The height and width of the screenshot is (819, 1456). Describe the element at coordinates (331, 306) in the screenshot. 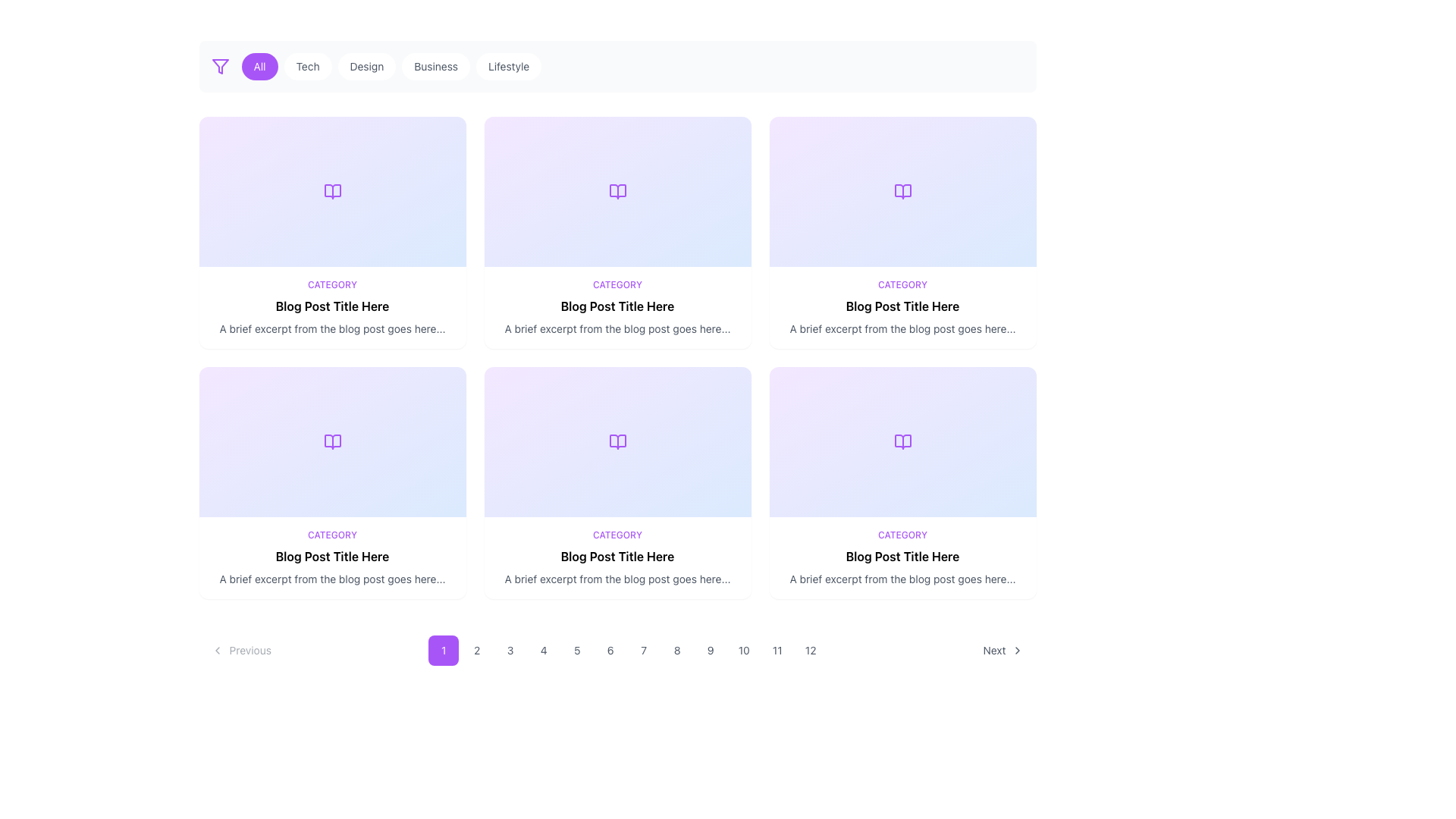

I see `the text label displaying 'Blog Post Title Here', which is styled with bold typography and located in the middle row, second column of the blog entries grid` at that location.